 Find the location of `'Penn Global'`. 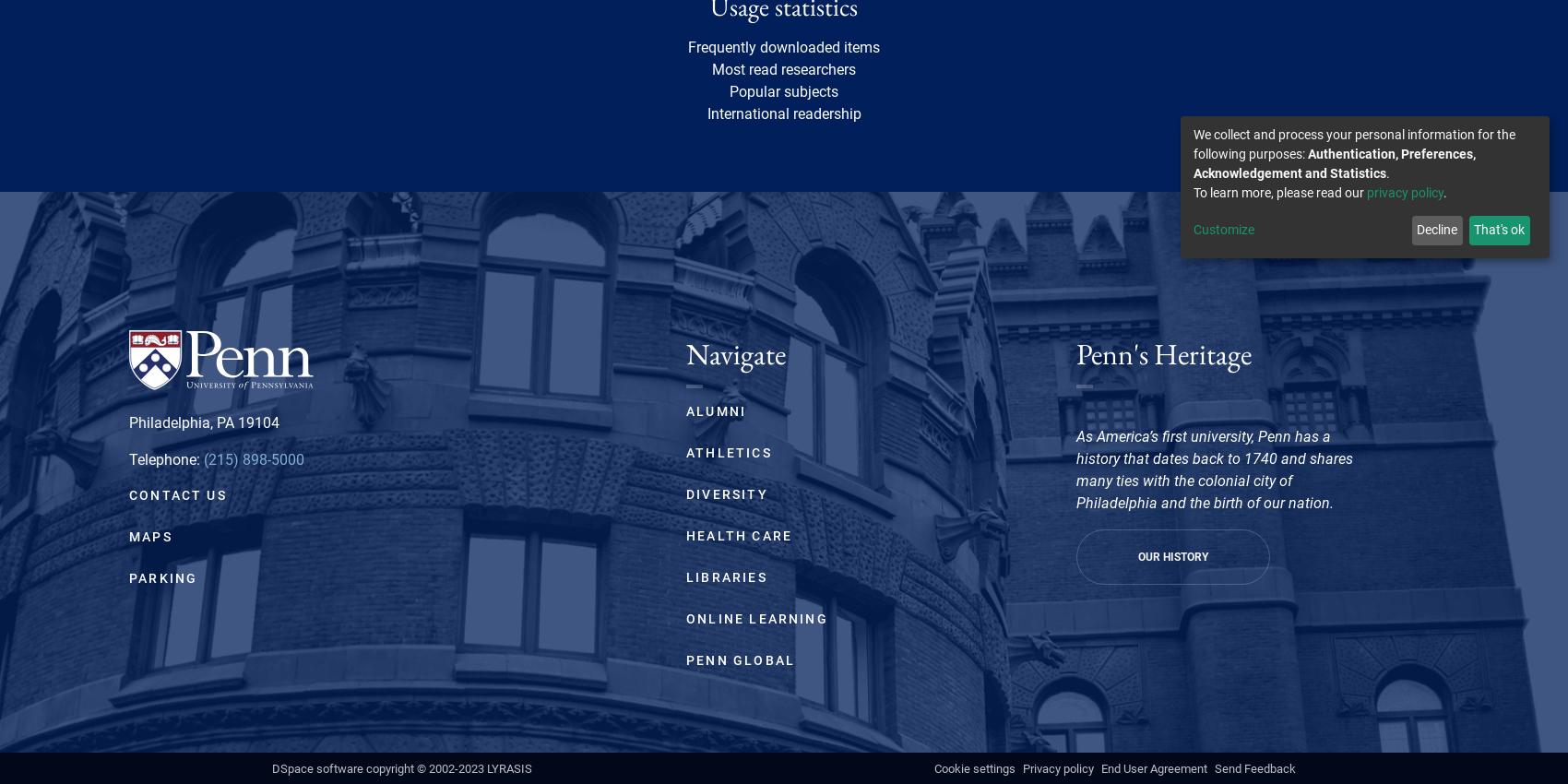

'Penn Global' is located at coordinates (685, 659).